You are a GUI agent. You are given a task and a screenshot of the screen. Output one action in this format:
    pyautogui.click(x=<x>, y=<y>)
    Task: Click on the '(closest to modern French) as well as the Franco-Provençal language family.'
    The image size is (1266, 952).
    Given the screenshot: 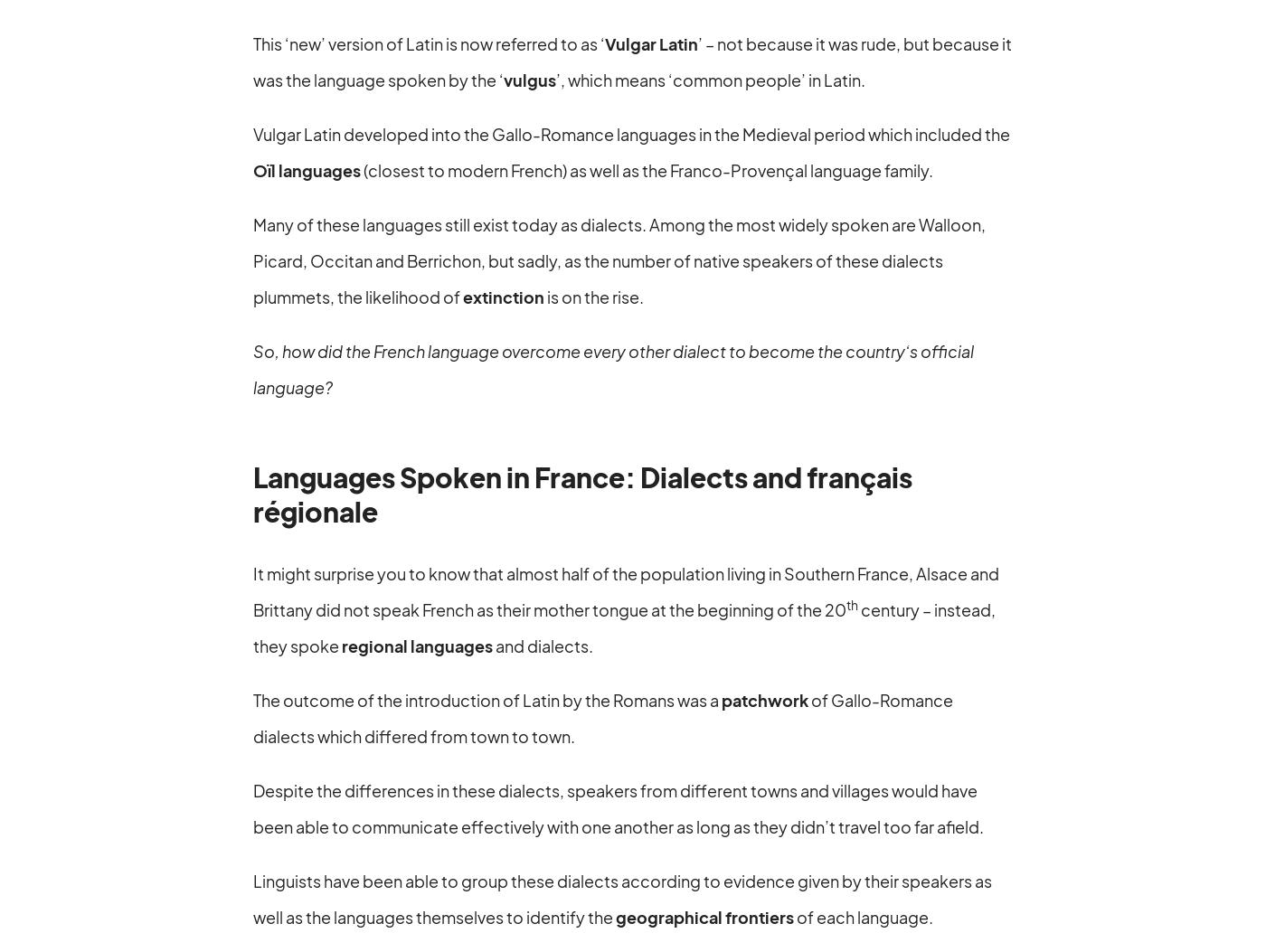 What is the action you would take?
    pyautogui.click(x=647, y=168)
    